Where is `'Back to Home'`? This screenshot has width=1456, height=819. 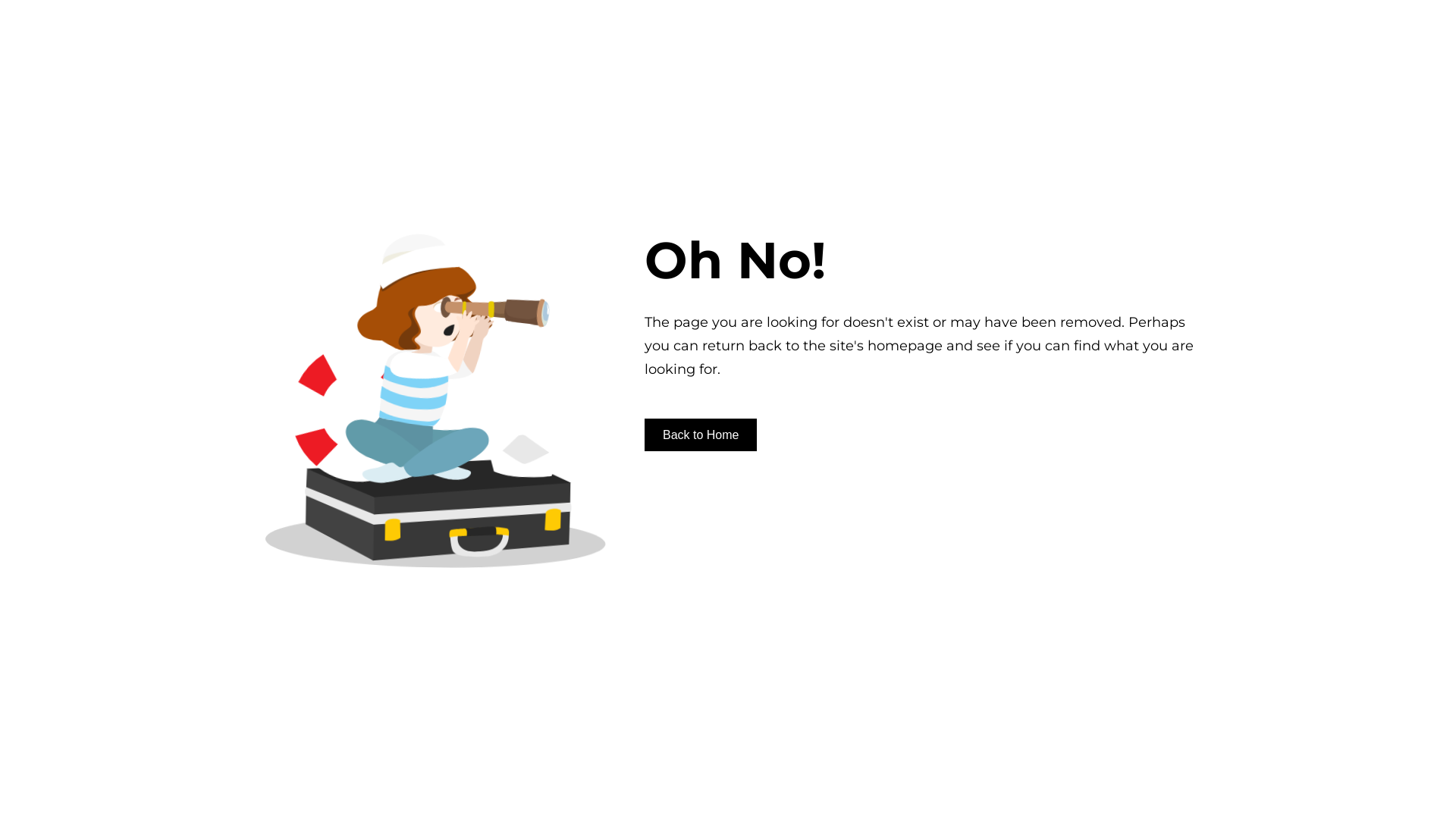
'Back to Home' is located at coordinates (644, 435).